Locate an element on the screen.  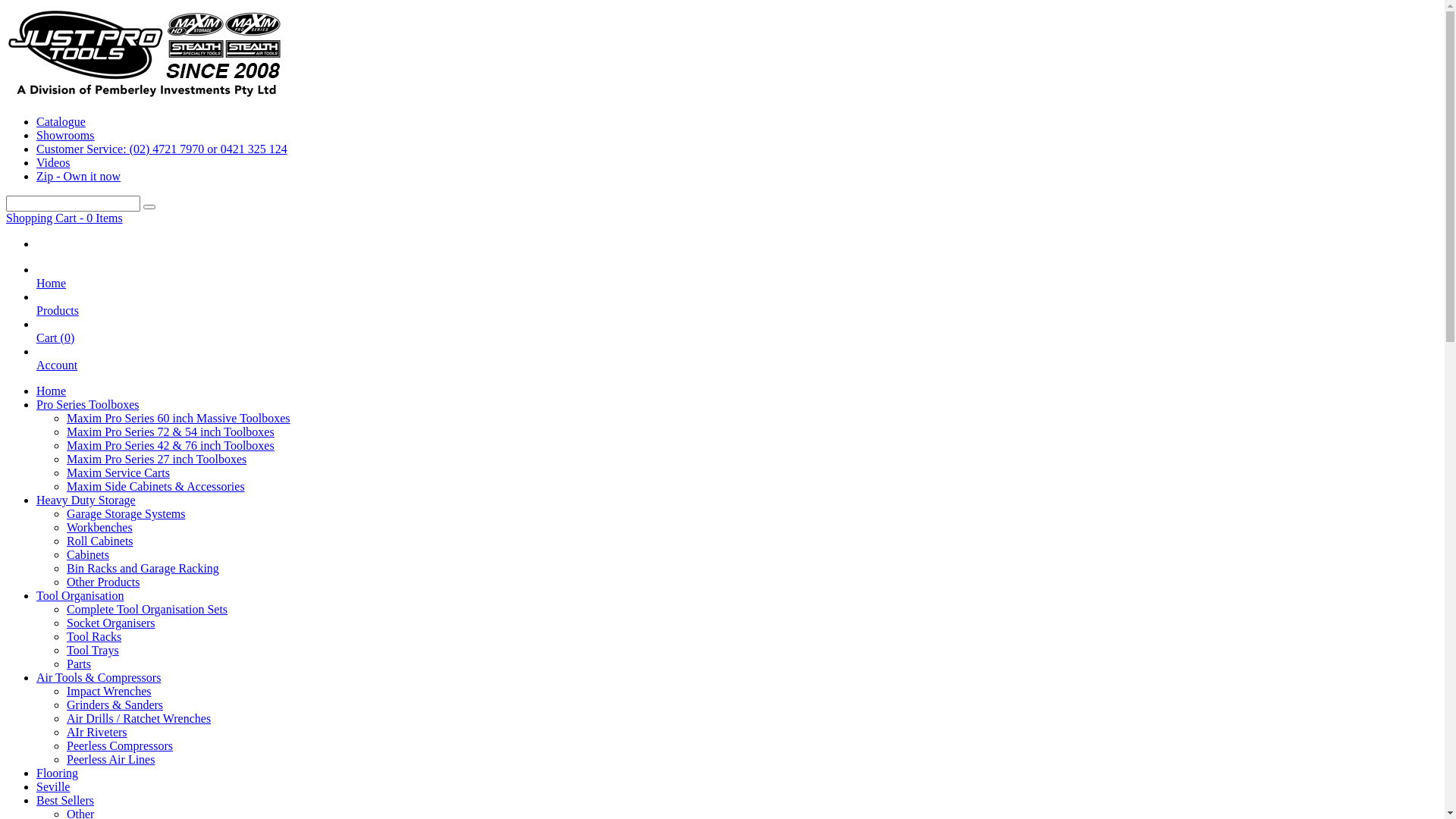
'Maxim Pro Series 72 & 54 inch Toolboxes' is located at coordinates (171, 431).